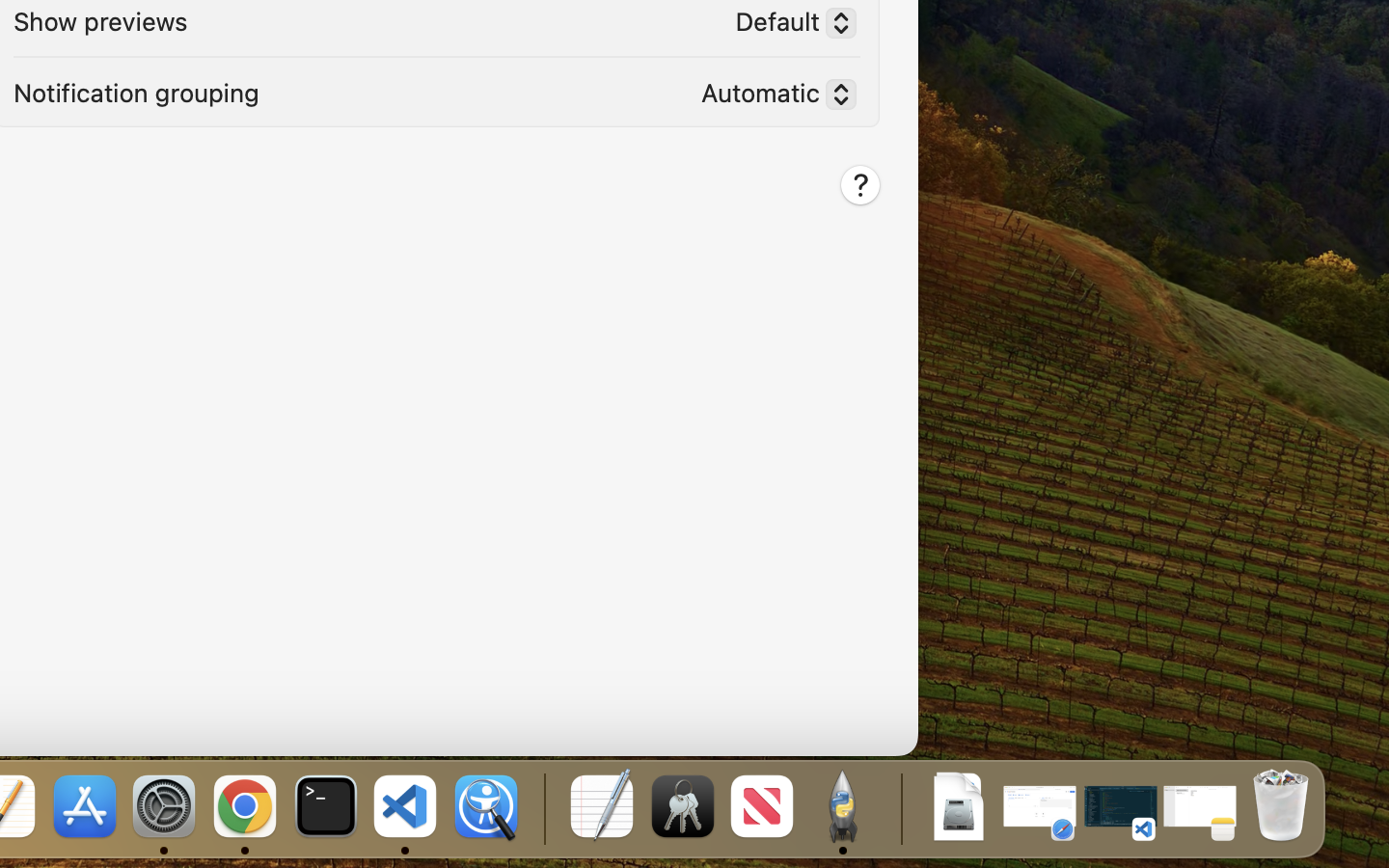  Describe the element at coordinates (542, 807) in the screenshot. I see `'0.4285714328289032'` at that location.